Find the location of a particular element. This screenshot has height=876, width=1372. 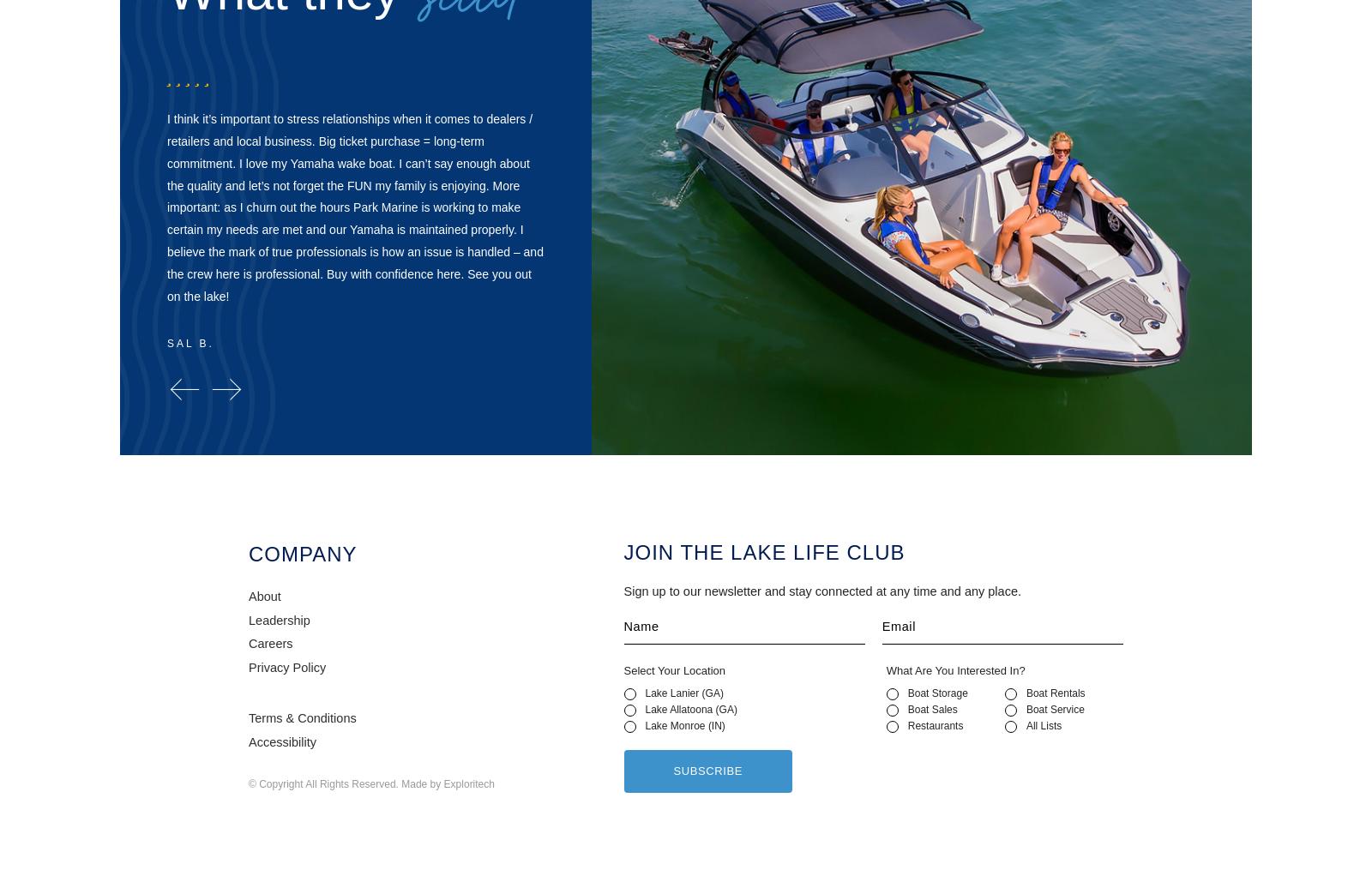

'Select Your Location' is located at coordinates (623, 670).